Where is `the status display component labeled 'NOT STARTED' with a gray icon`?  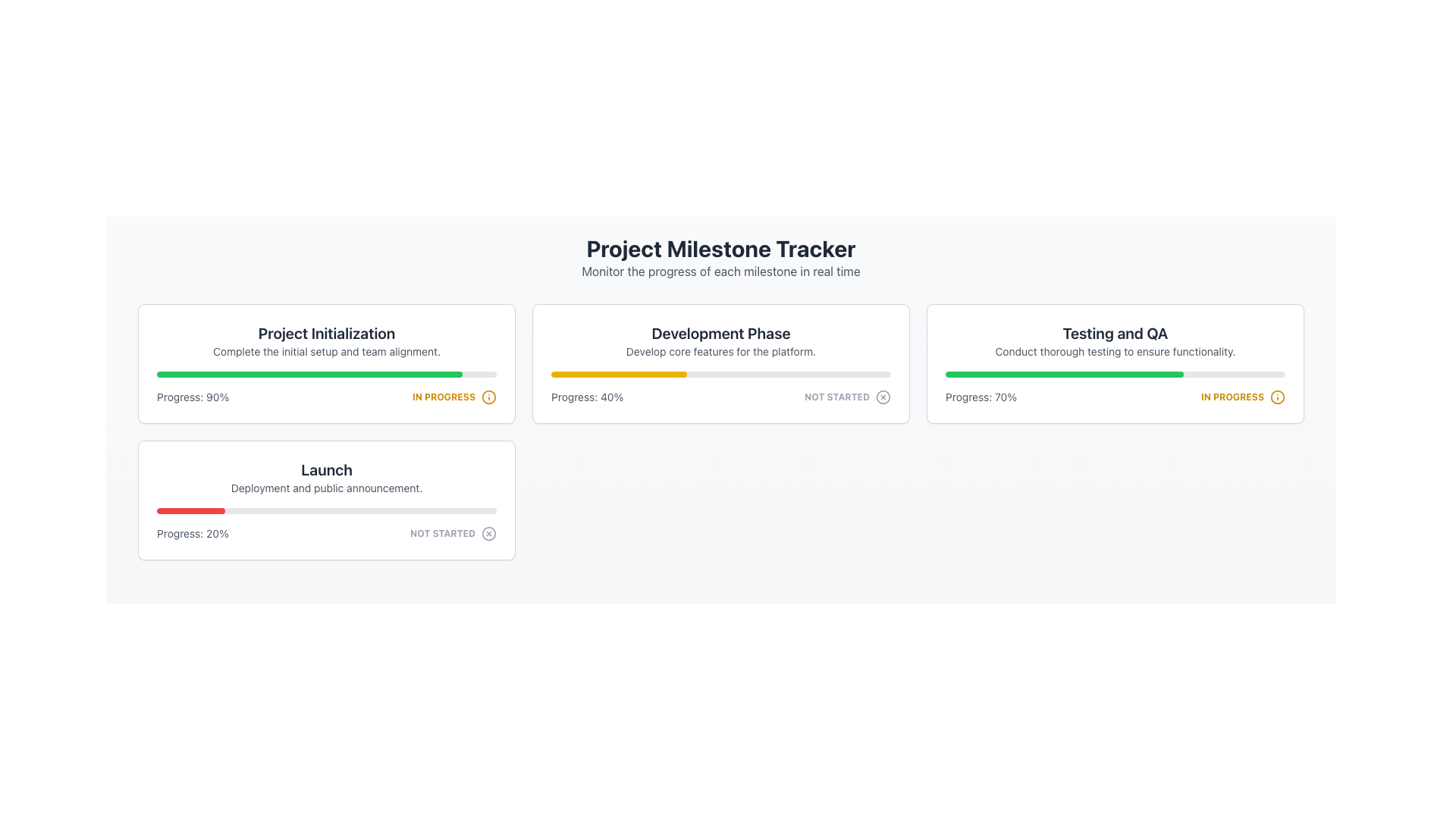 the status display component labeled 'NOT STARTED' with a gray icon is located at coordinates (453, 533).